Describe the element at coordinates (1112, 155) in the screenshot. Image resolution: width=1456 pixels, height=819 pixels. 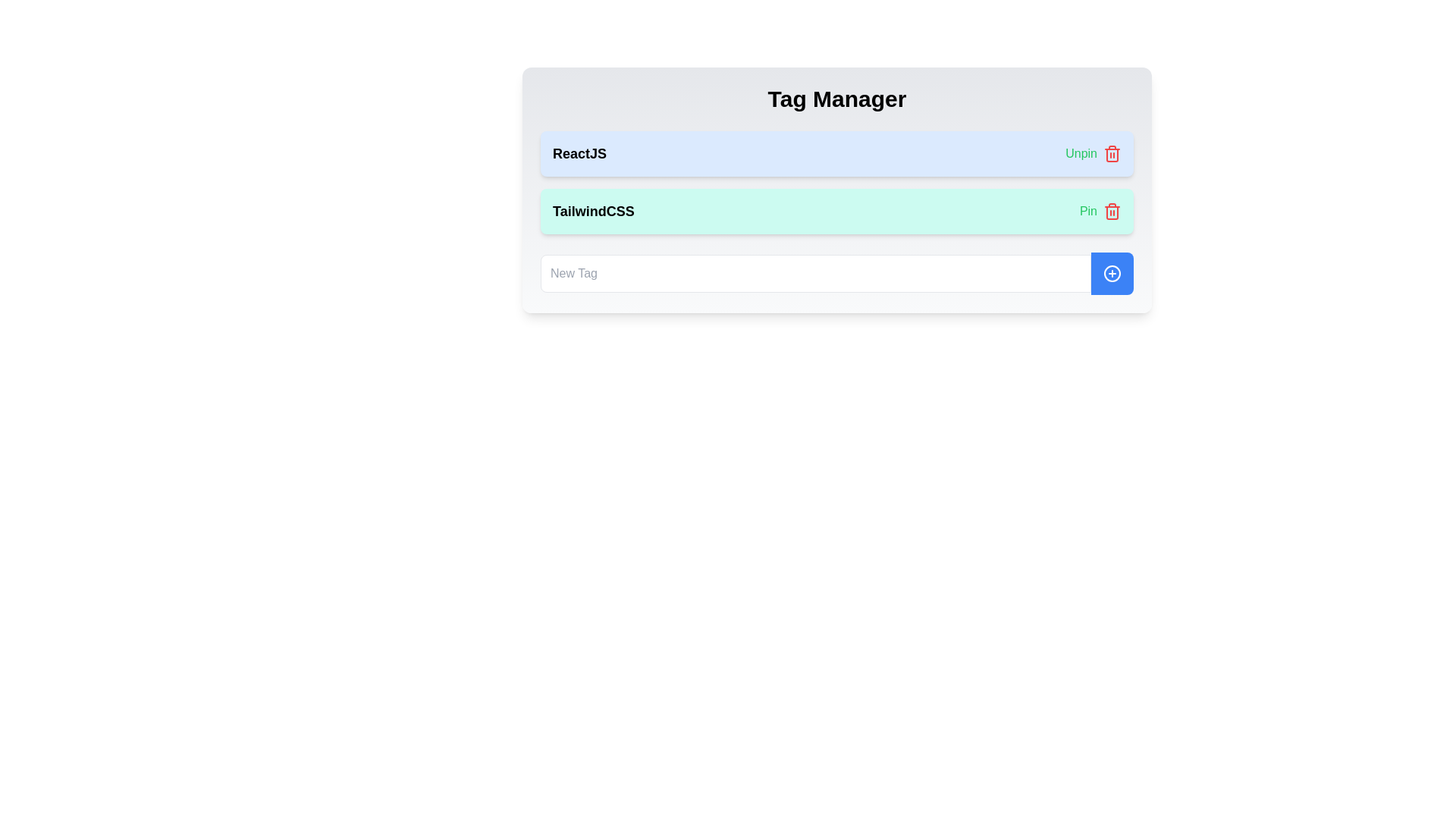
I see `the bottom-right corner of the trash bin icon, which is part of the outlined vector graphic component associated with the 'ReactJS' label` at that location.